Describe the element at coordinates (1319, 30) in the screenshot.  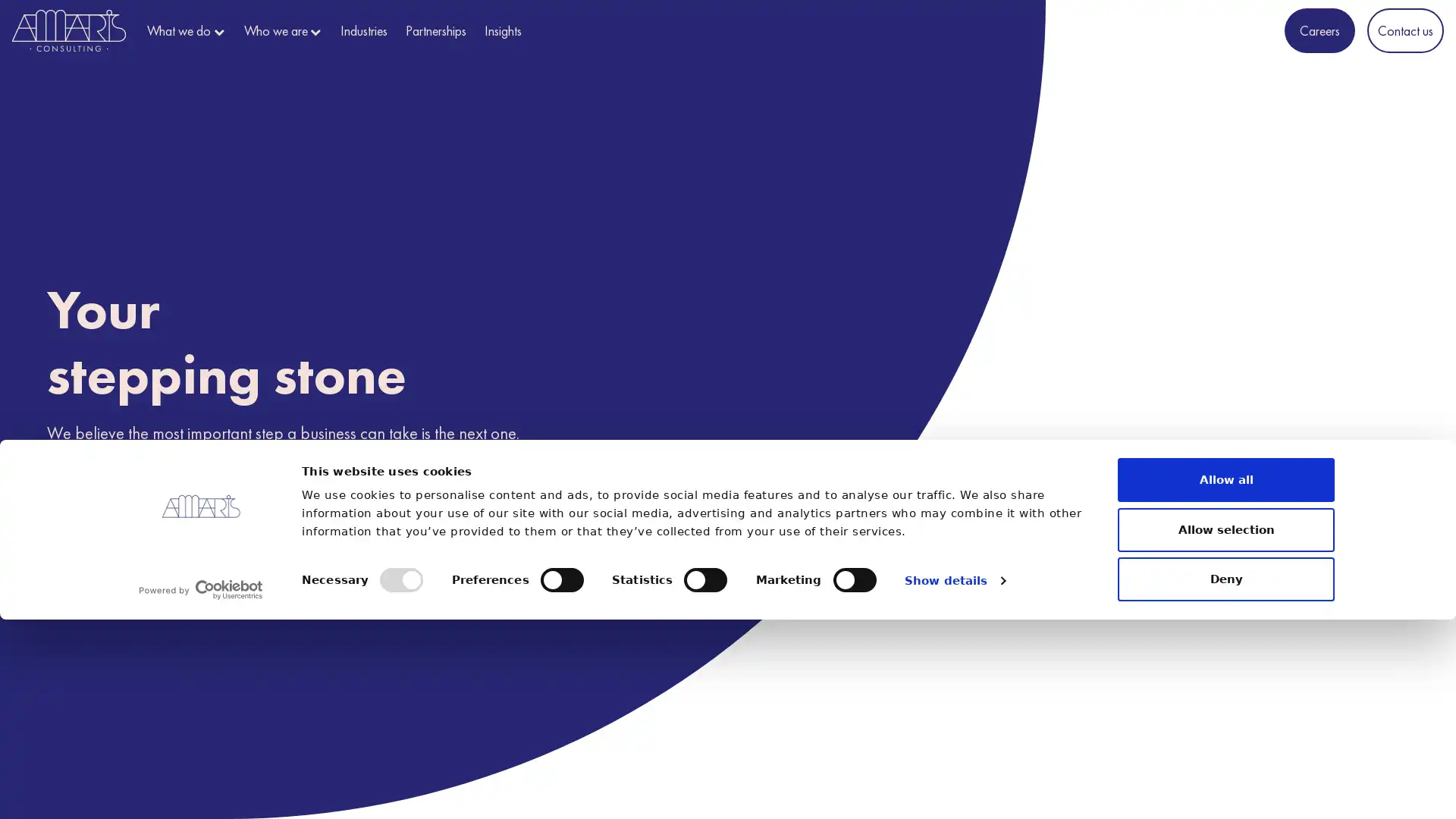
I see `Careers` at that location.